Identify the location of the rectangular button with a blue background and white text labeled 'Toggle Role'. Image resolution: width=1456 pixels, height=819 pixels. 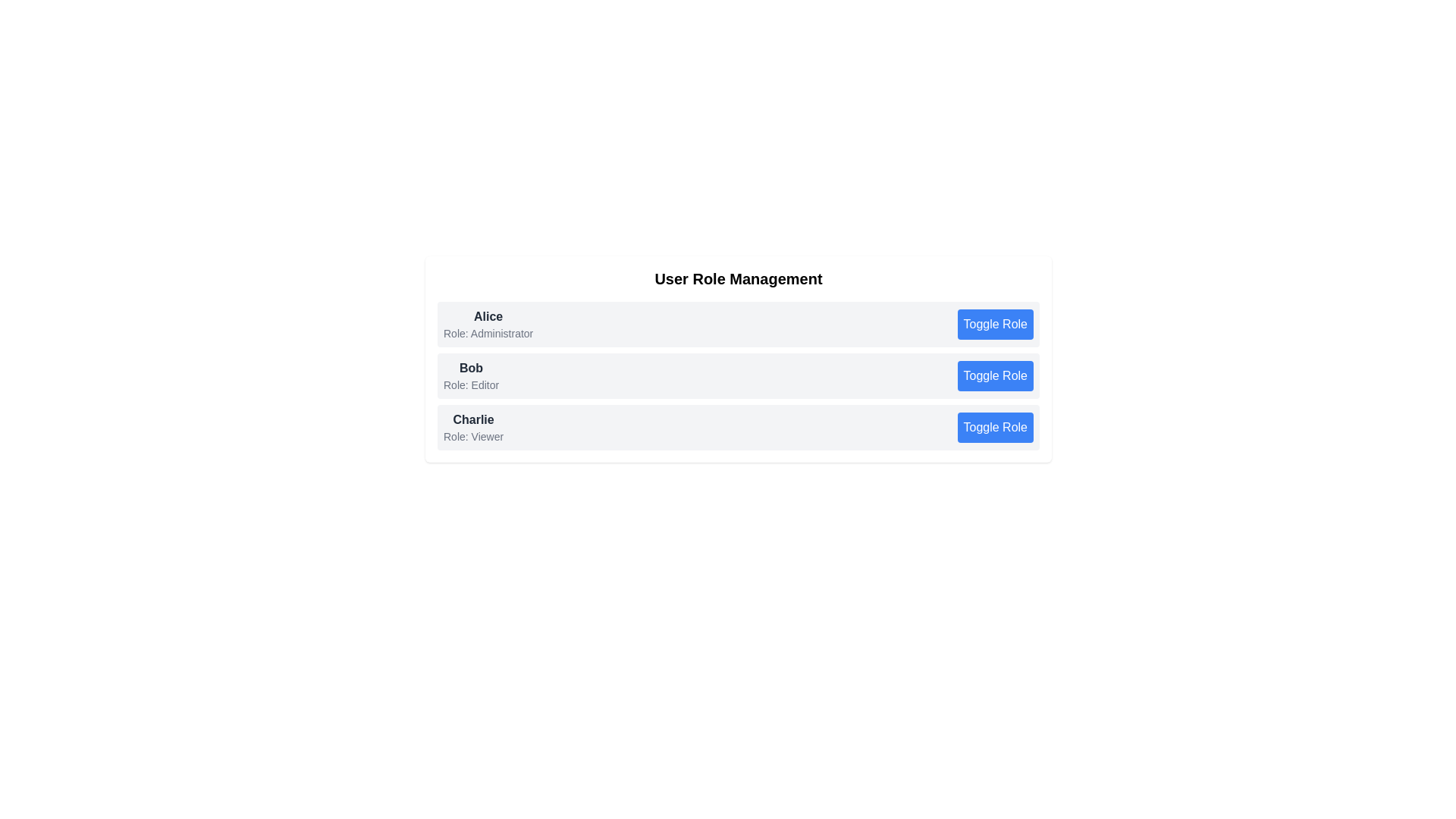
(995, 427).